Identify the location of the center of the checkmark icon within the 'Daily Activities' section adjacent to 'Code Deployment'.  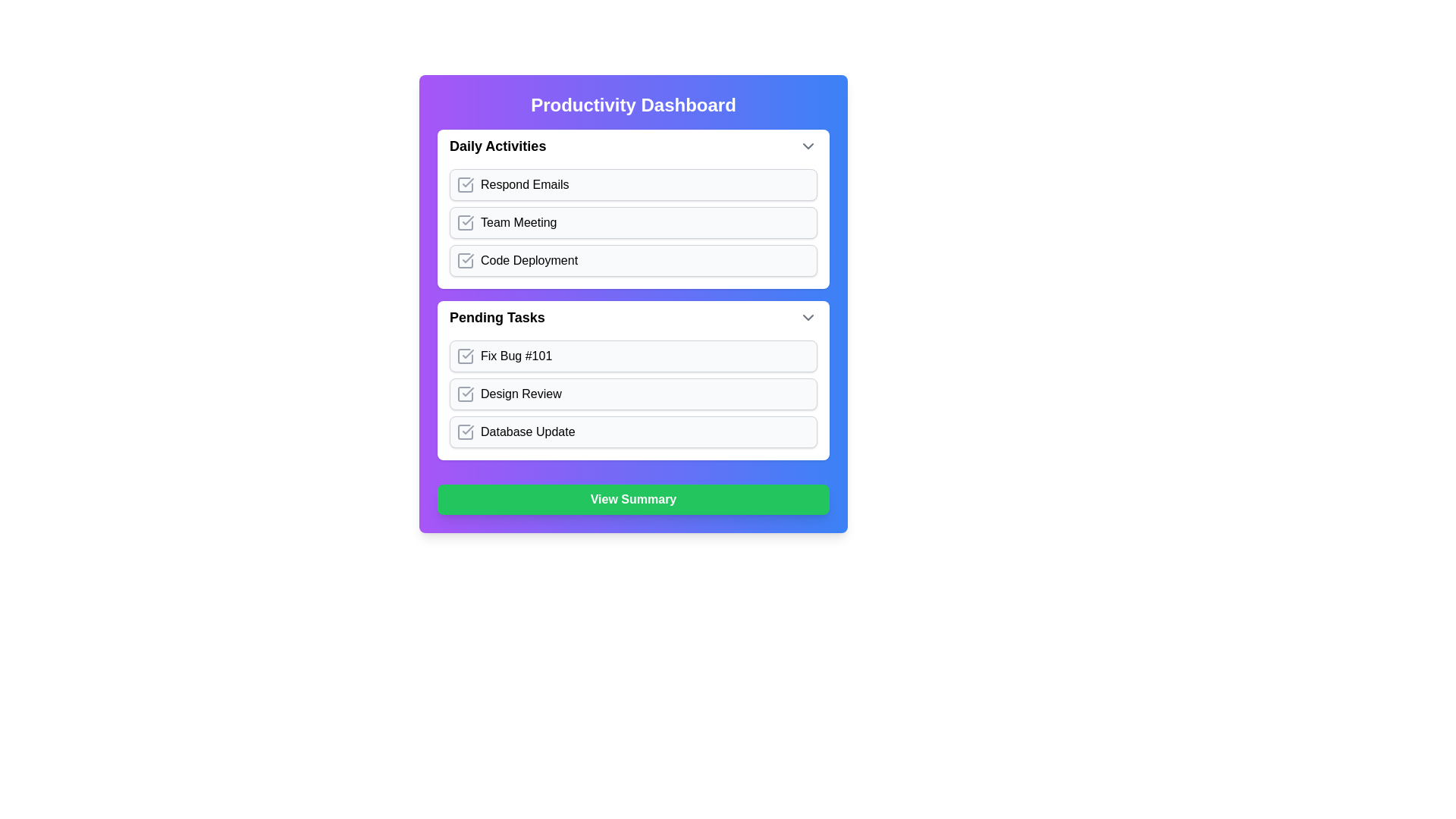
(467, 257).